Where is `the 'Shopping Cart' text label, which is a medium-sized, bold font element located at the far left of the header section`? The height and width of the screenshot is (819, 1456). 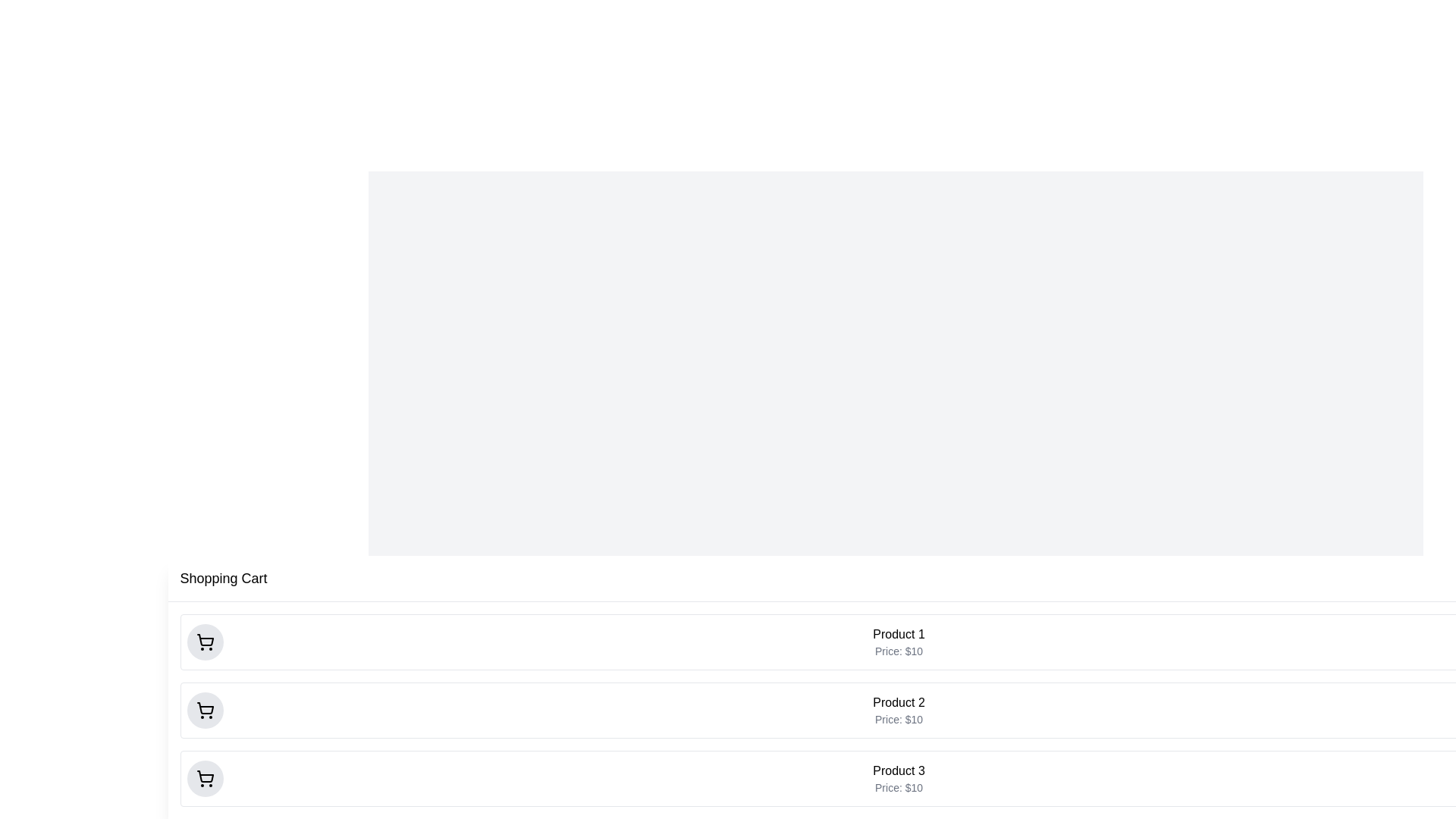 the 'Shopping Cart' text label, which is a medium-sized, bold font element located at the far left of the header section is located at coordinates (223, 579).